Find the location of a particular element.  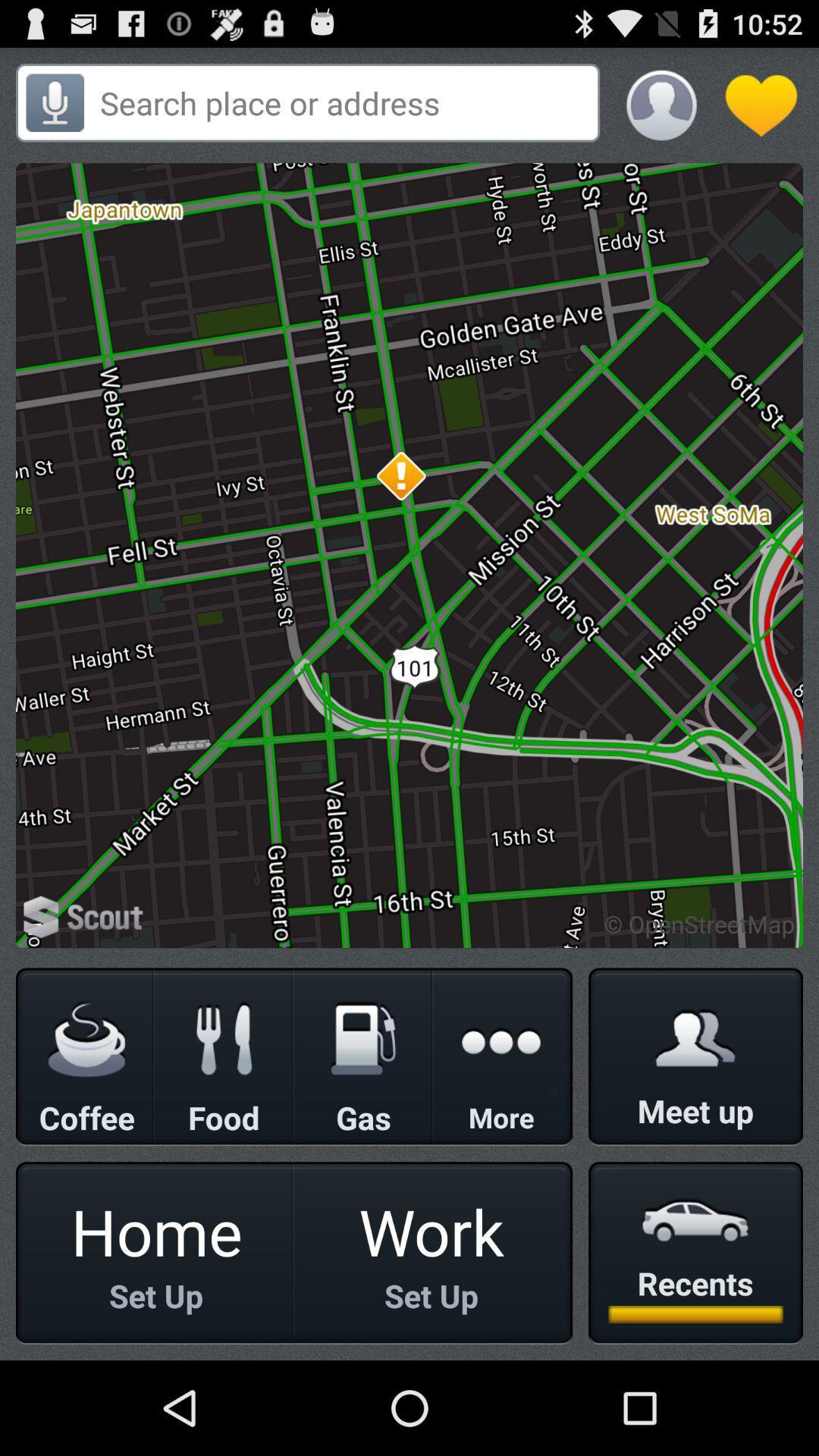

search page is located at coordinates (344, 102).